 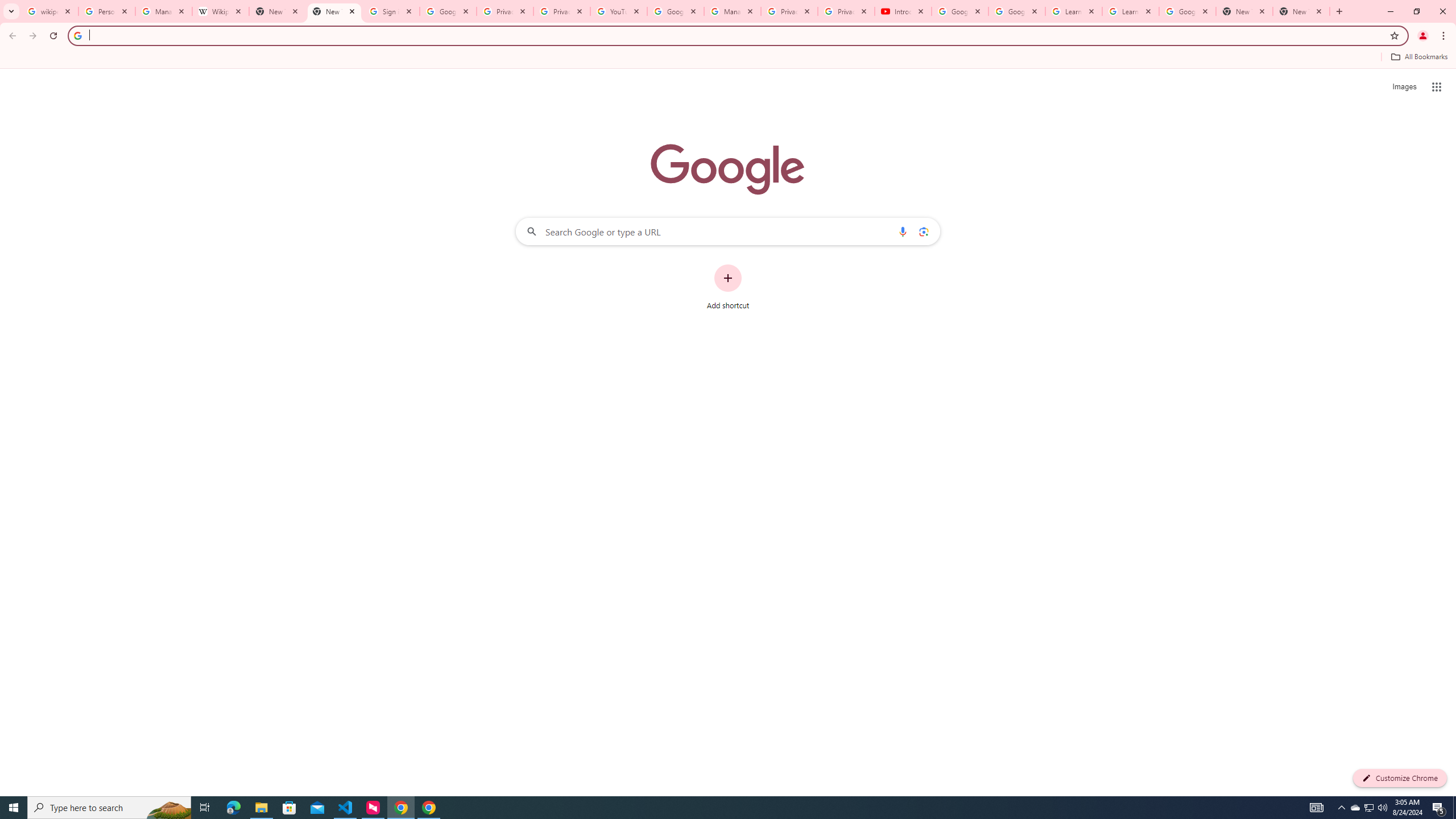 What do you see at coordinates (1244, 11) in the screenshot?
I see `'New Tab'` at bounding box center [1244, 11].